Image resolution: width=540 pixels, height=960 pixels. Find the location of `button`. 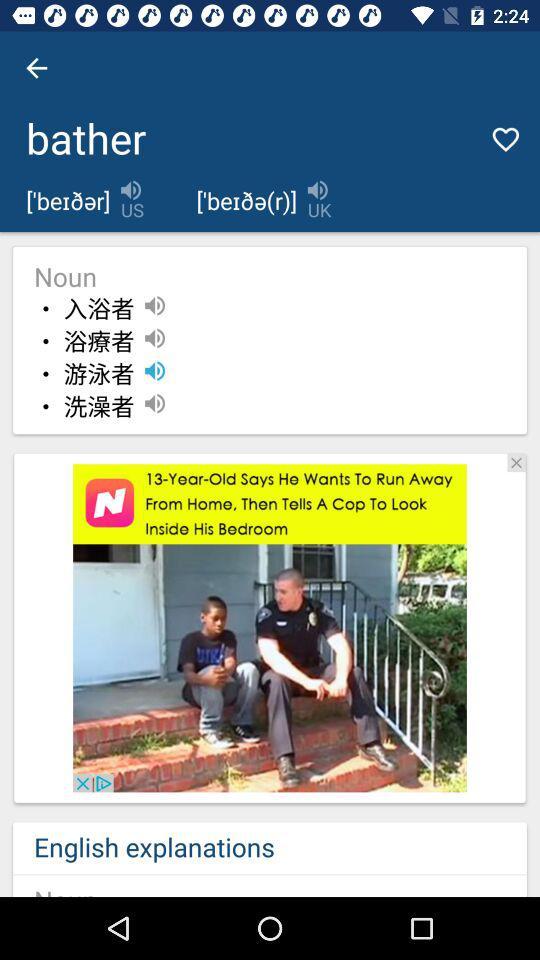

button is located at coordinates (516, 462).